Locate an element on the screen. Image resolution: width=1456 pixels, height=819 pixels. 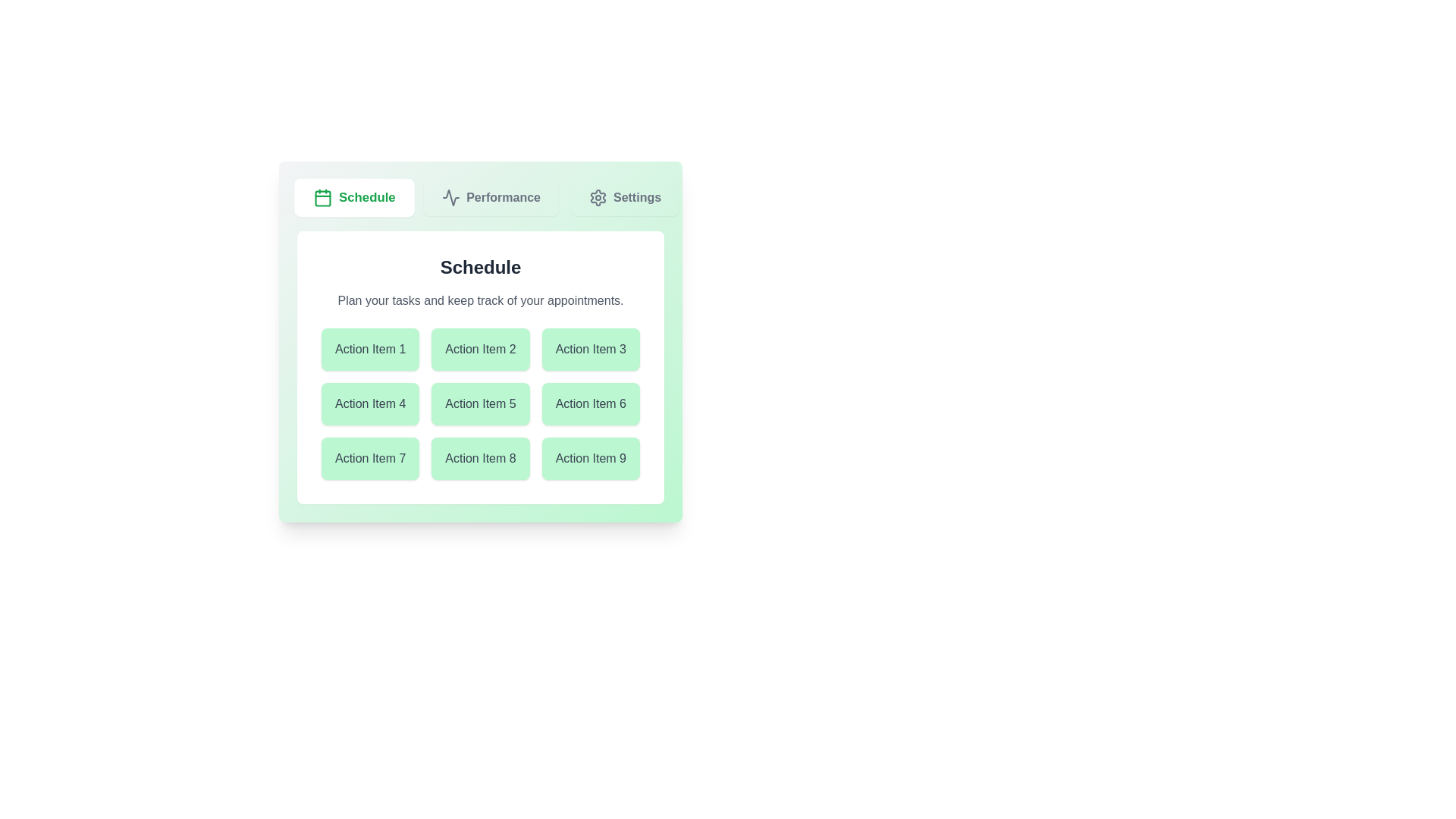
the icon associated with the 'Schedule' tab to inspect it is located at coordinates (322, 197).